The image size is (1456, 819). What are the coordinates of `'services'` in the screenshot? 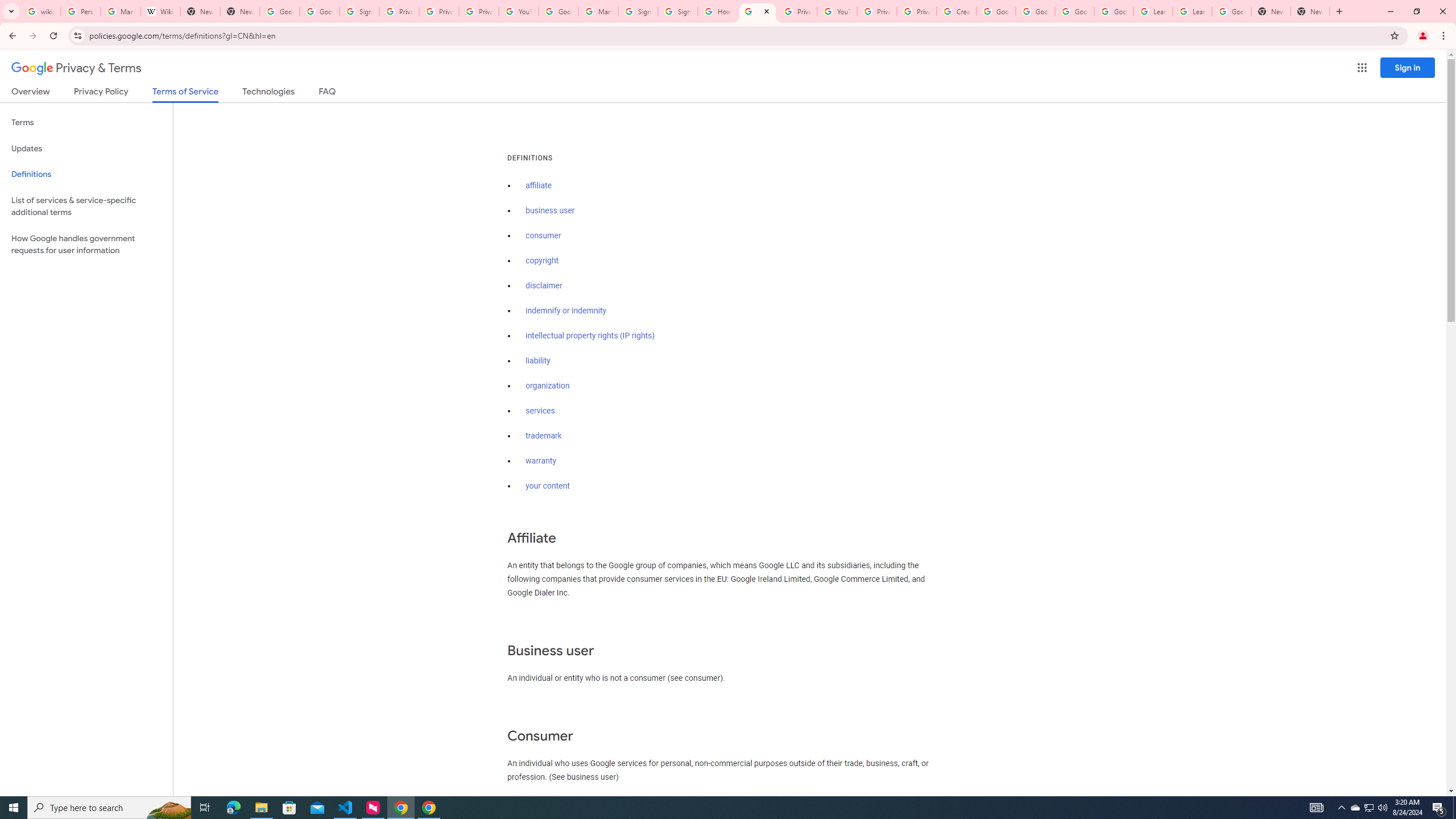 It's located at (540, 410).